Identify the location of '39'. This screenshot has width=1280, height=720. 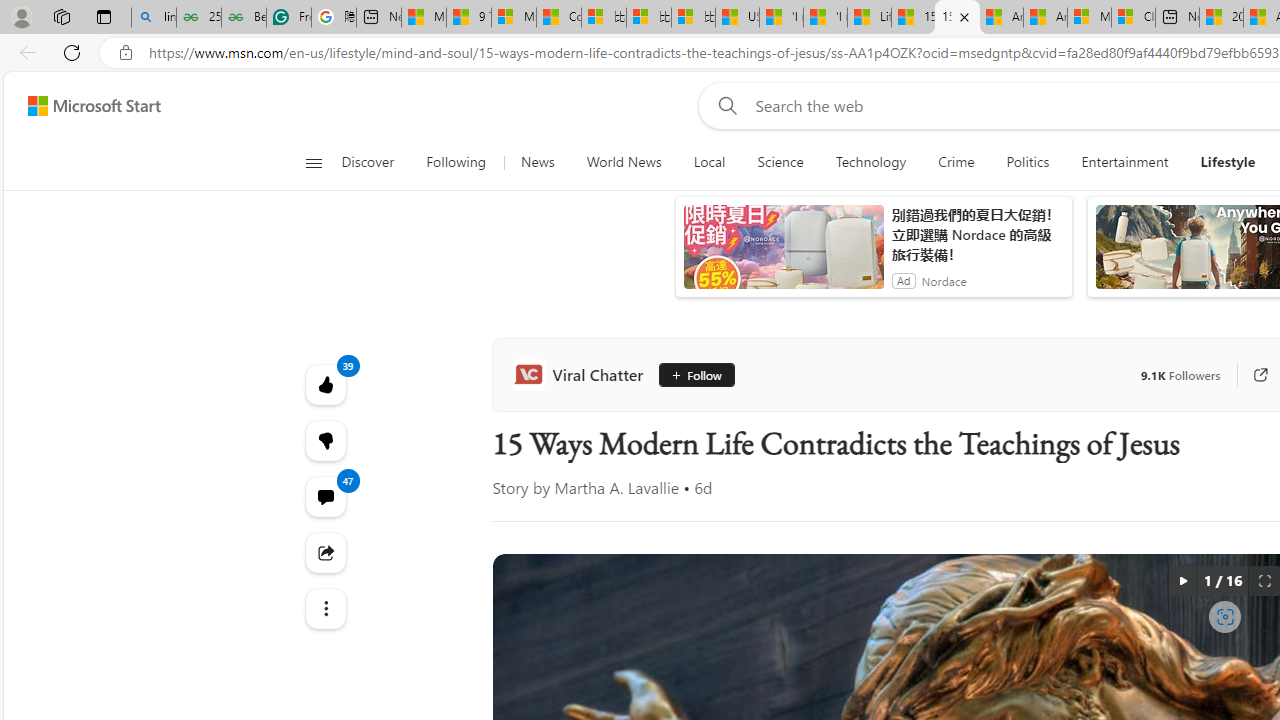
(325, 440).